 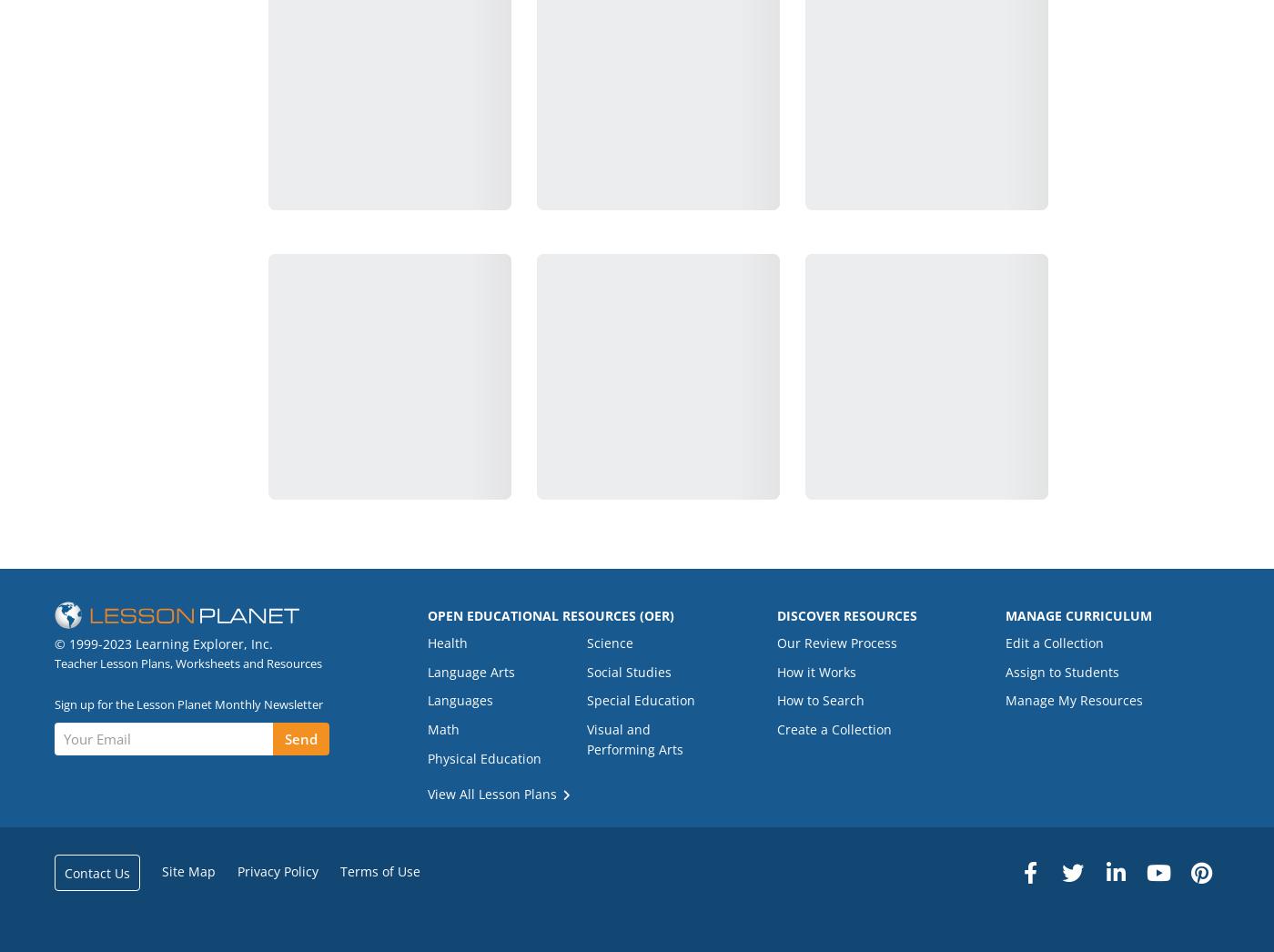 What do you see at coordinates (532, 614) in the screenshot?
I see `'Open Educational Resources'` at bounding box center [532, 614].